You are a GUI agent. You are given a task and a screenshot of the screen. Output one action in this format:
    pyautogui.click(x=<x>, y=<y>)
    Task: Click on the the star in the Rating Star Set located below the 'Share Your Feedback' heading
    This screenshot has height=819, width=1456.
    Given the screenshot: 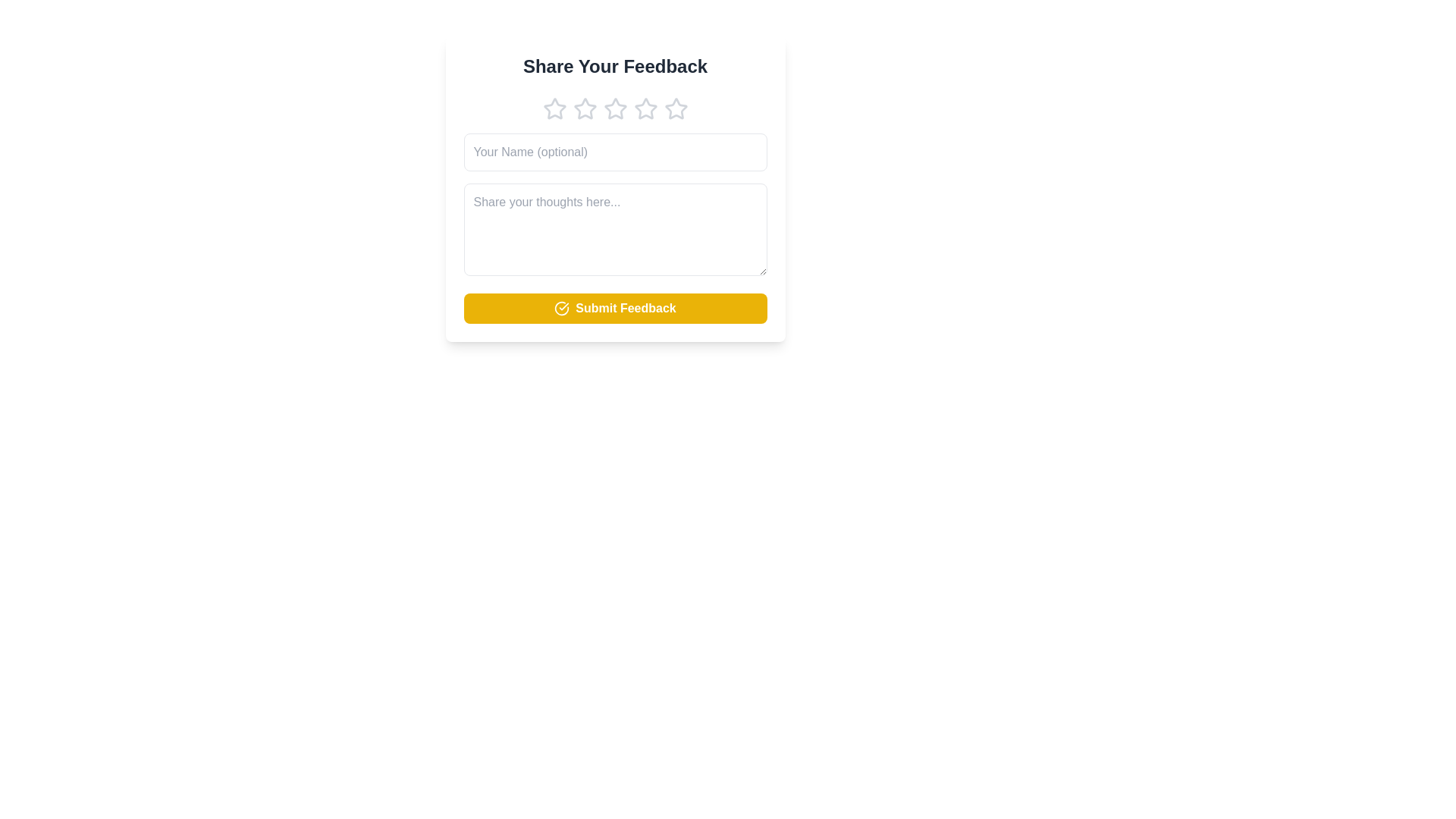 What is the action you would take?
    pyautogui.click(x=615, y=108)
    